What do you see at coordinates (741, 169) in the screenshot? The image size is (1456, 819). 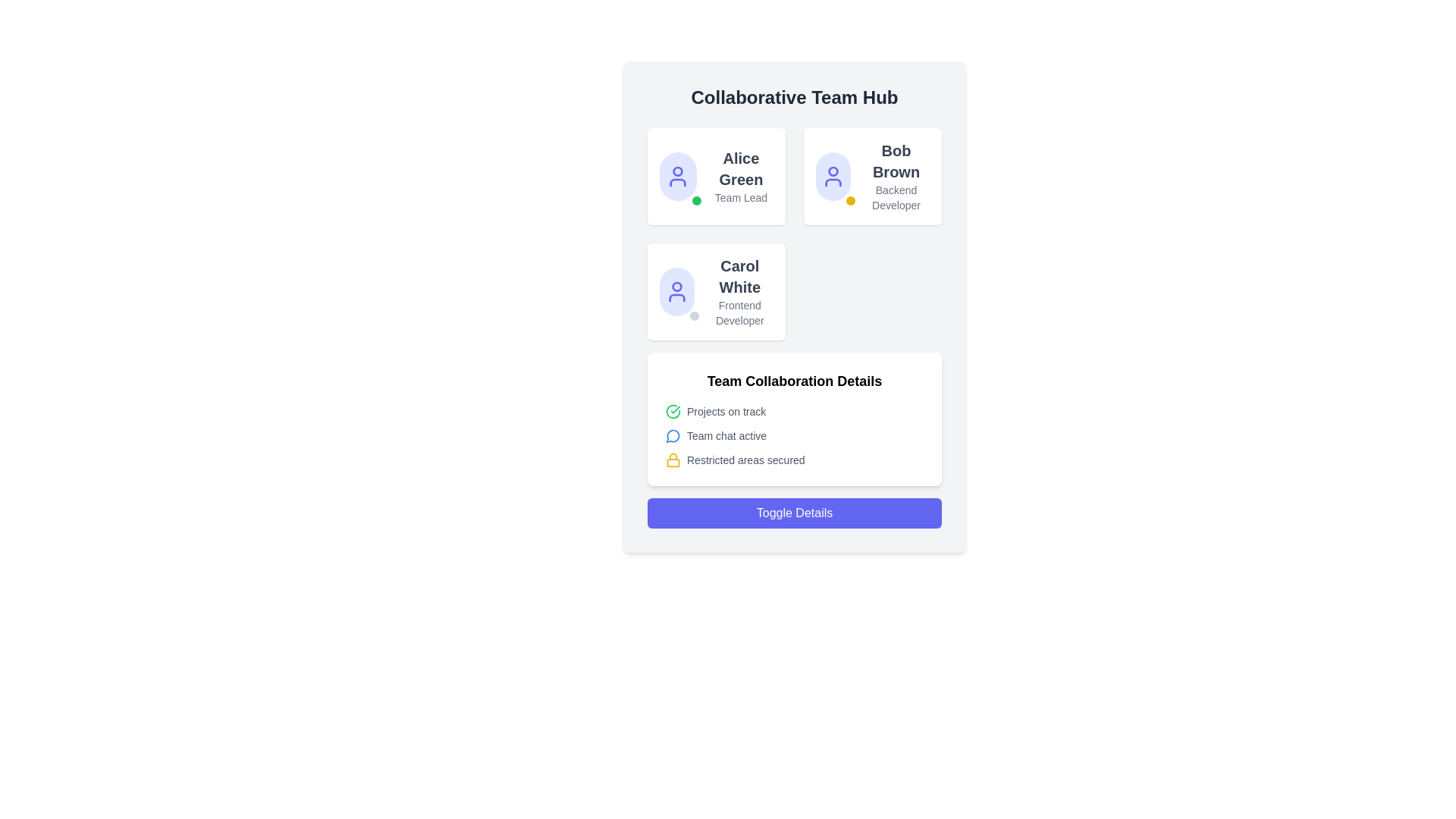 I see `the text label displaying 'Alice Green', which is styled in bold dark gray and is located in the upper-left section of the interface under 'Collaborative Team Hub'` at bounding box center [741, 169].